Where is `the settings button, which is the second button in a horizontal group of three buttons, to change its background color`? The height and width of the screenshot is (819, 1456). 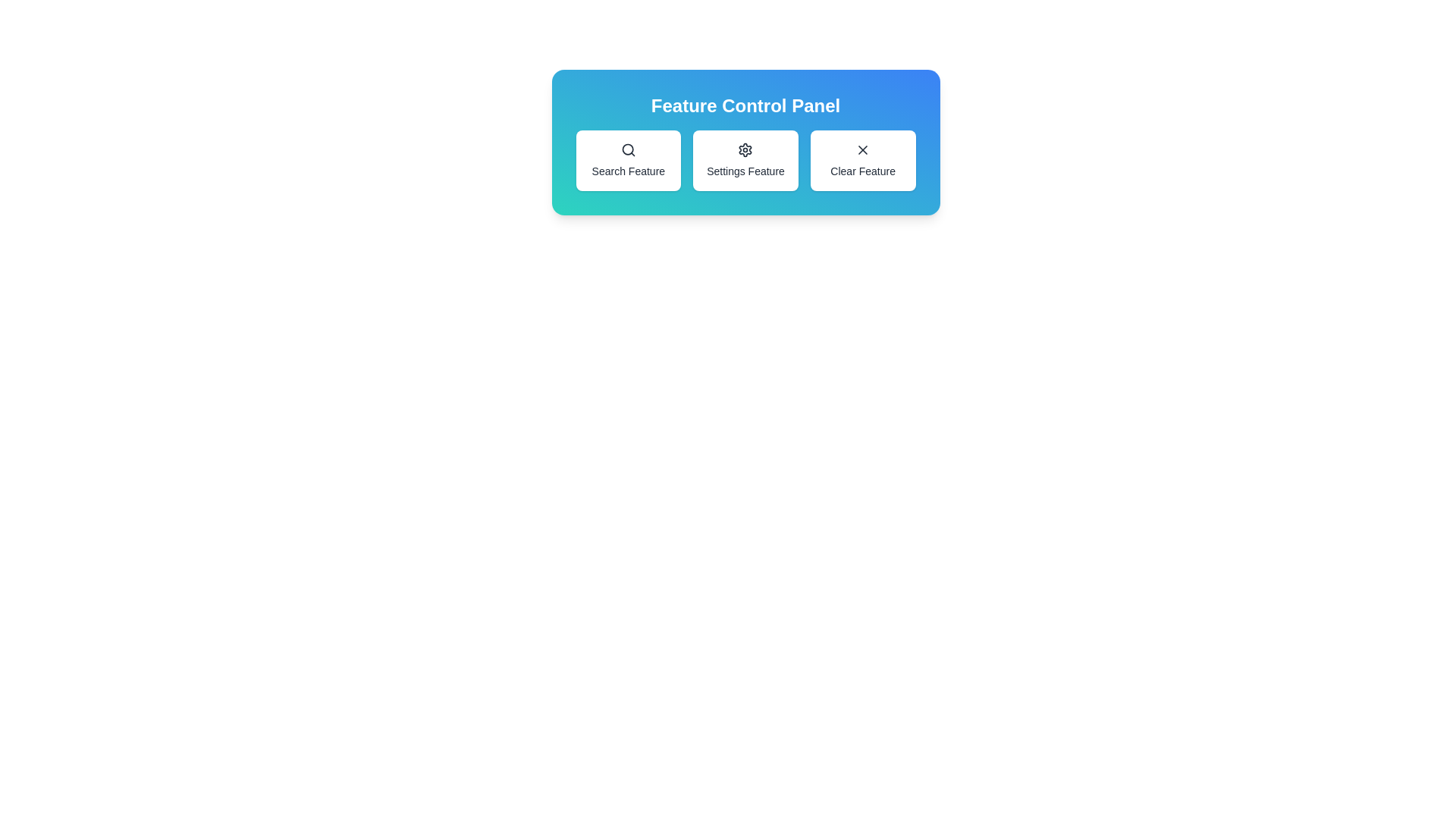 the settings button, which is the second button in a horizontal group of three buttons, to change its background color is located at coordinates (745, 161).